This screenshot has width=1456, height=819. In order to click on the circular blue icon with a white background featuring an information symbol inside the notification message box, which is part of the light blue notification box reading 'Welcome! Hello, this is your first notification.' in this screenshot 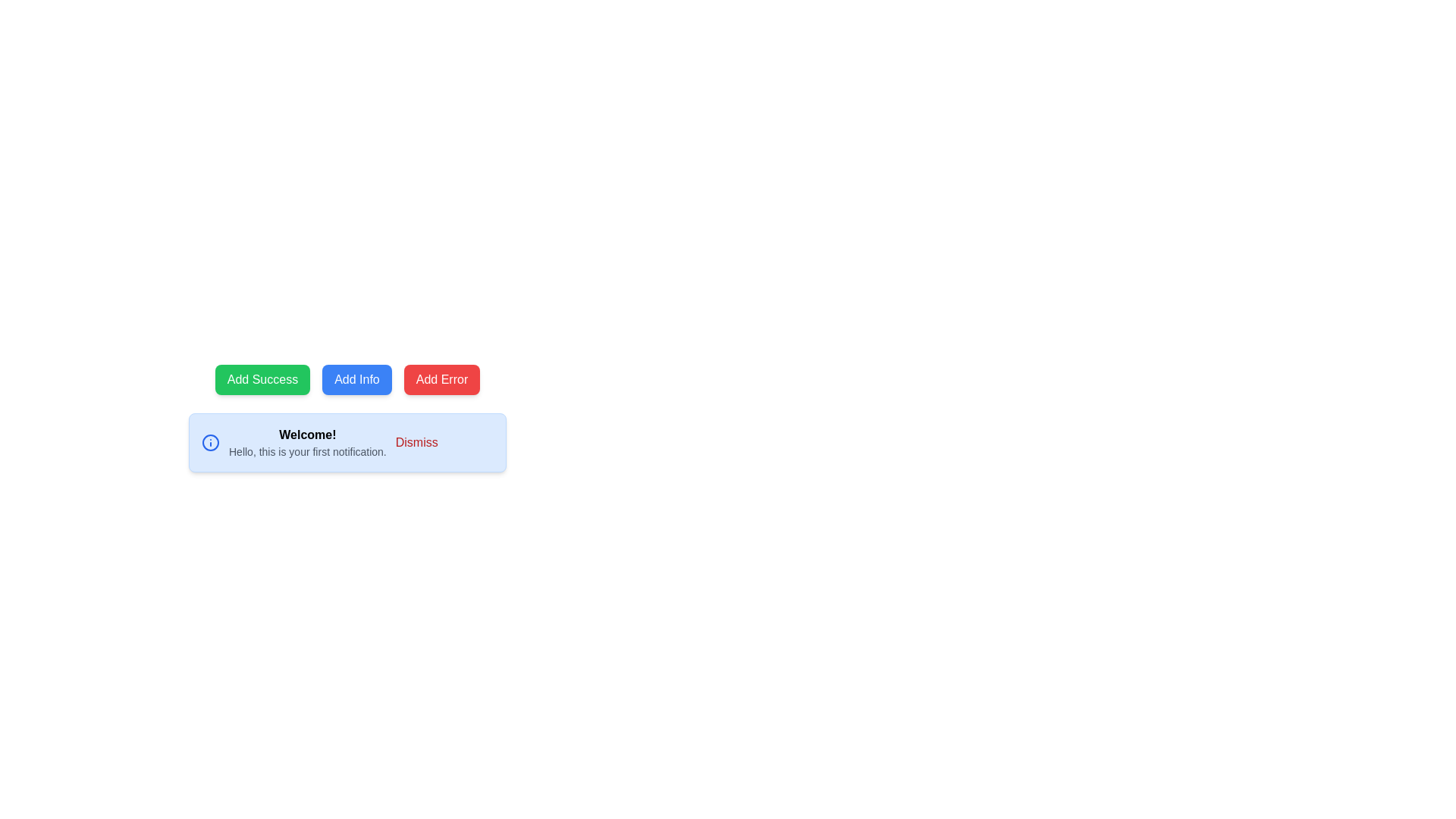, I will do `click(210, 442)`.